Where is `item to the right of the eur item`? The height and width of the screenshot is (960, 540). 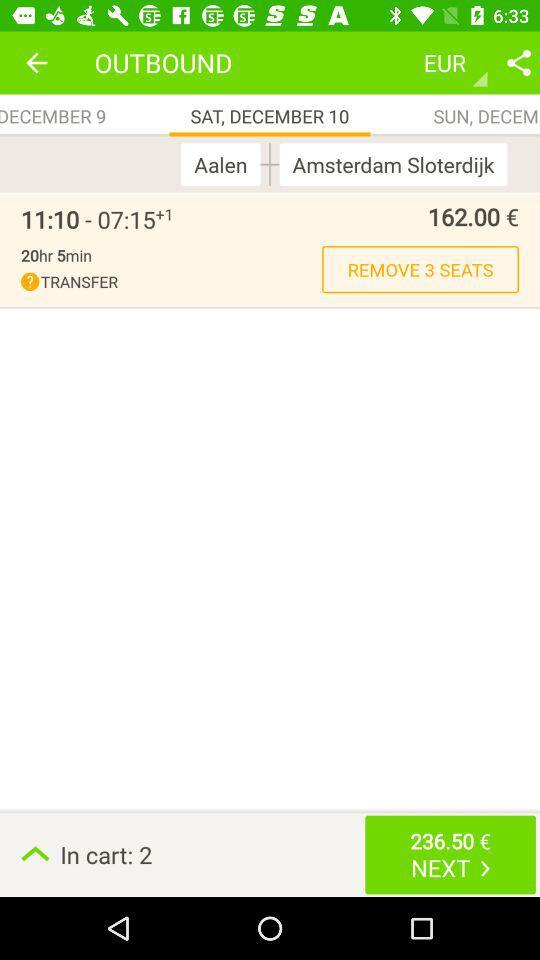 item to the right of the eur item is located at coordinates (518, 62).